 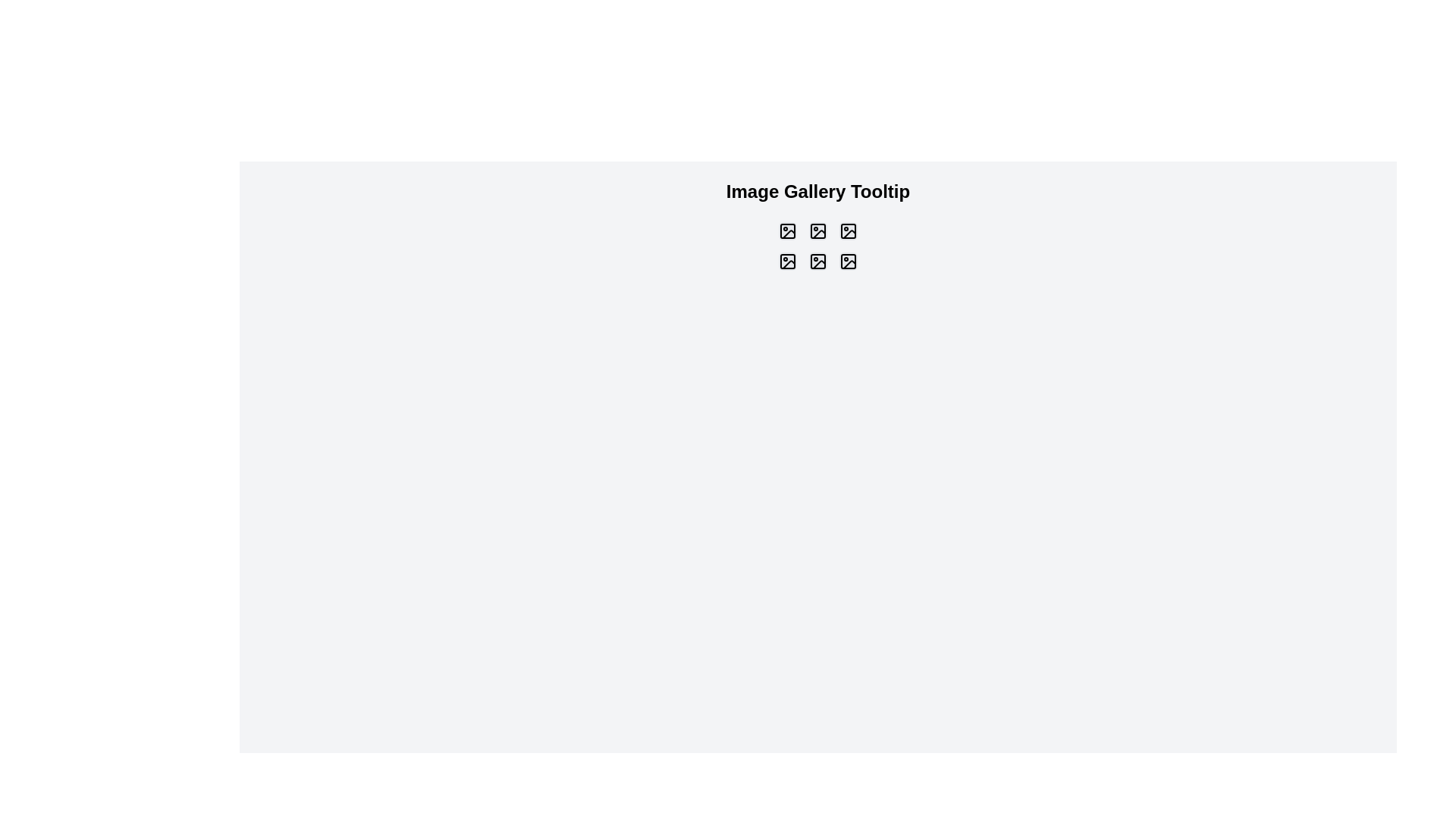 What do you see at coordinates (817, 260) in the screenshot?
I see `graphical placeholder or icon located in the second row and second column of the grid layout under the 'Image Gallery Tooltip' title` at bounding box center [817, 260].